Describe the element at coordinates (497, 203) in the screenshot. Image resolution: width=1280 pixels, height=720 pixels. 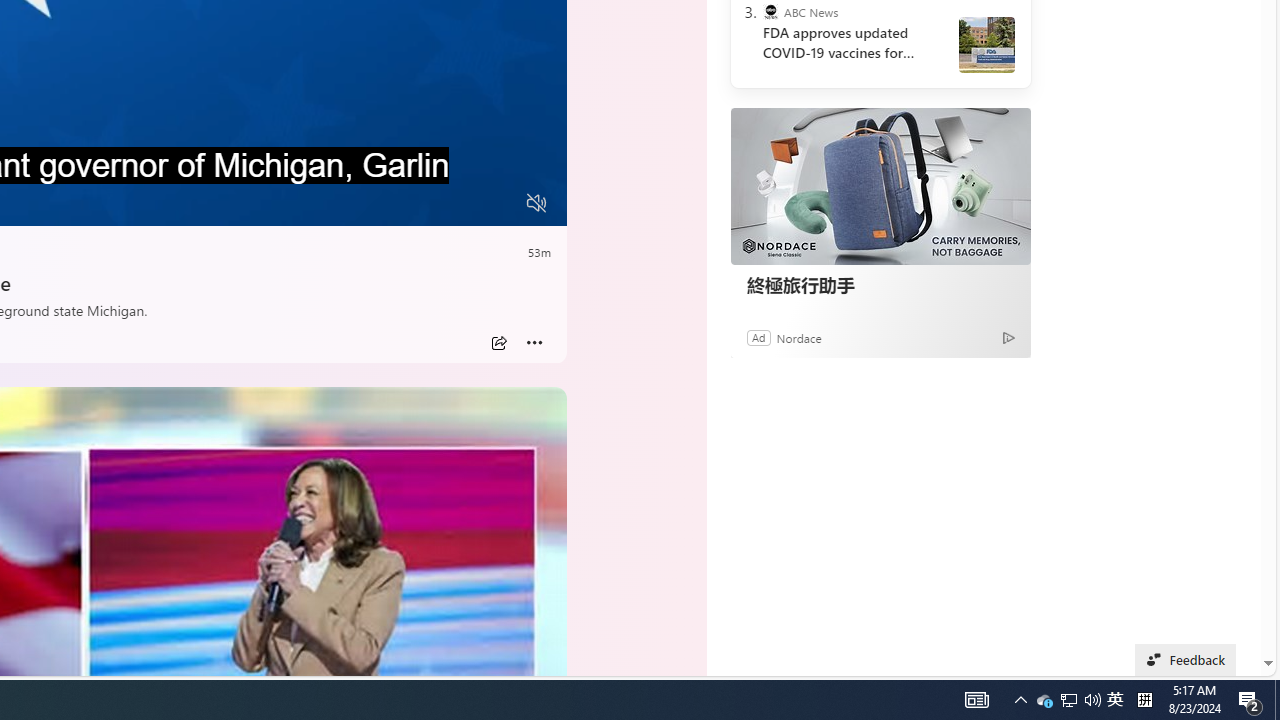
I see `'Fullscreen'` at that location.